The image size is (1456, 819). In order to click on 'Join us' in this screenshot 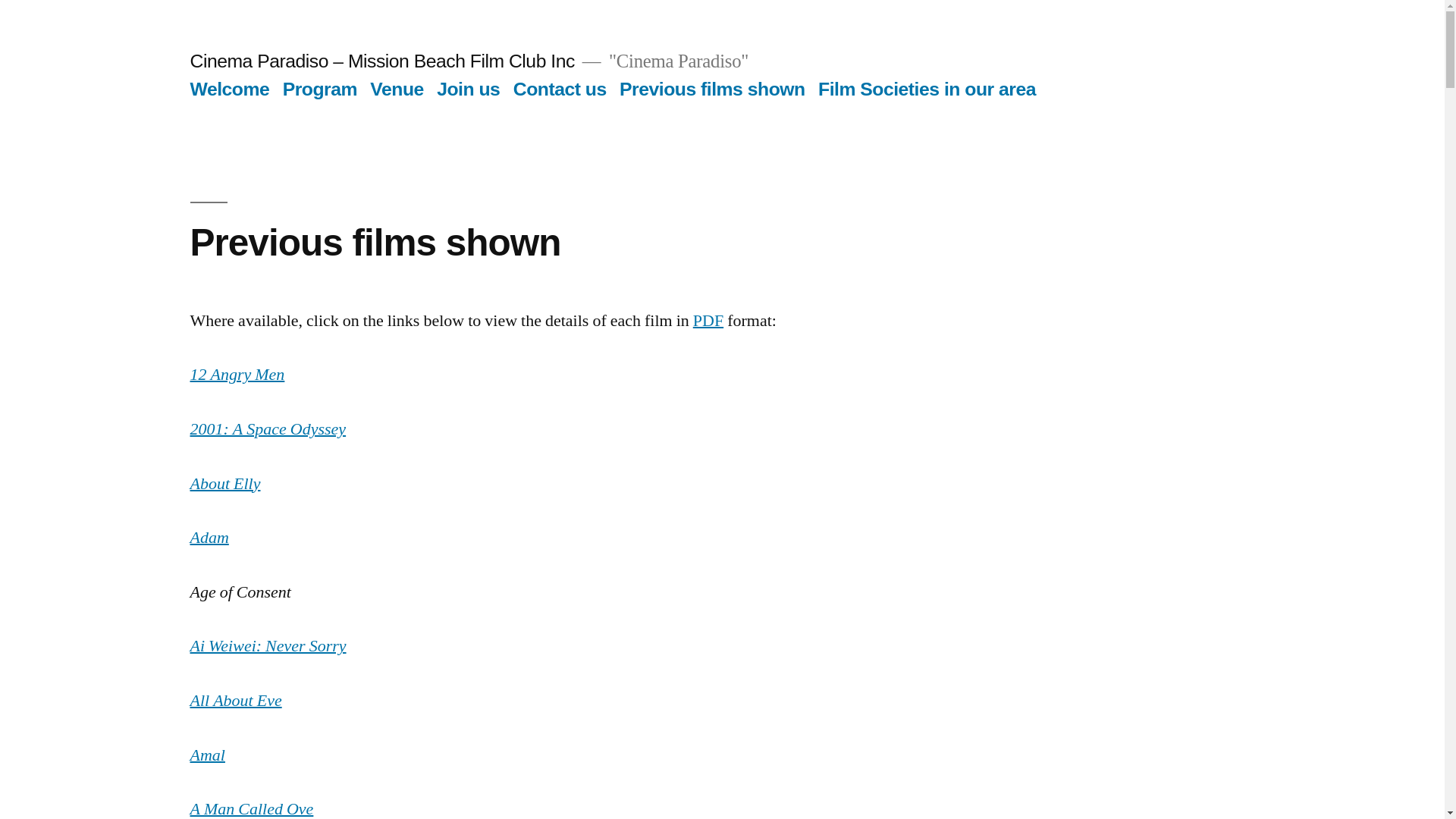, I will do `click(467, 89)`.